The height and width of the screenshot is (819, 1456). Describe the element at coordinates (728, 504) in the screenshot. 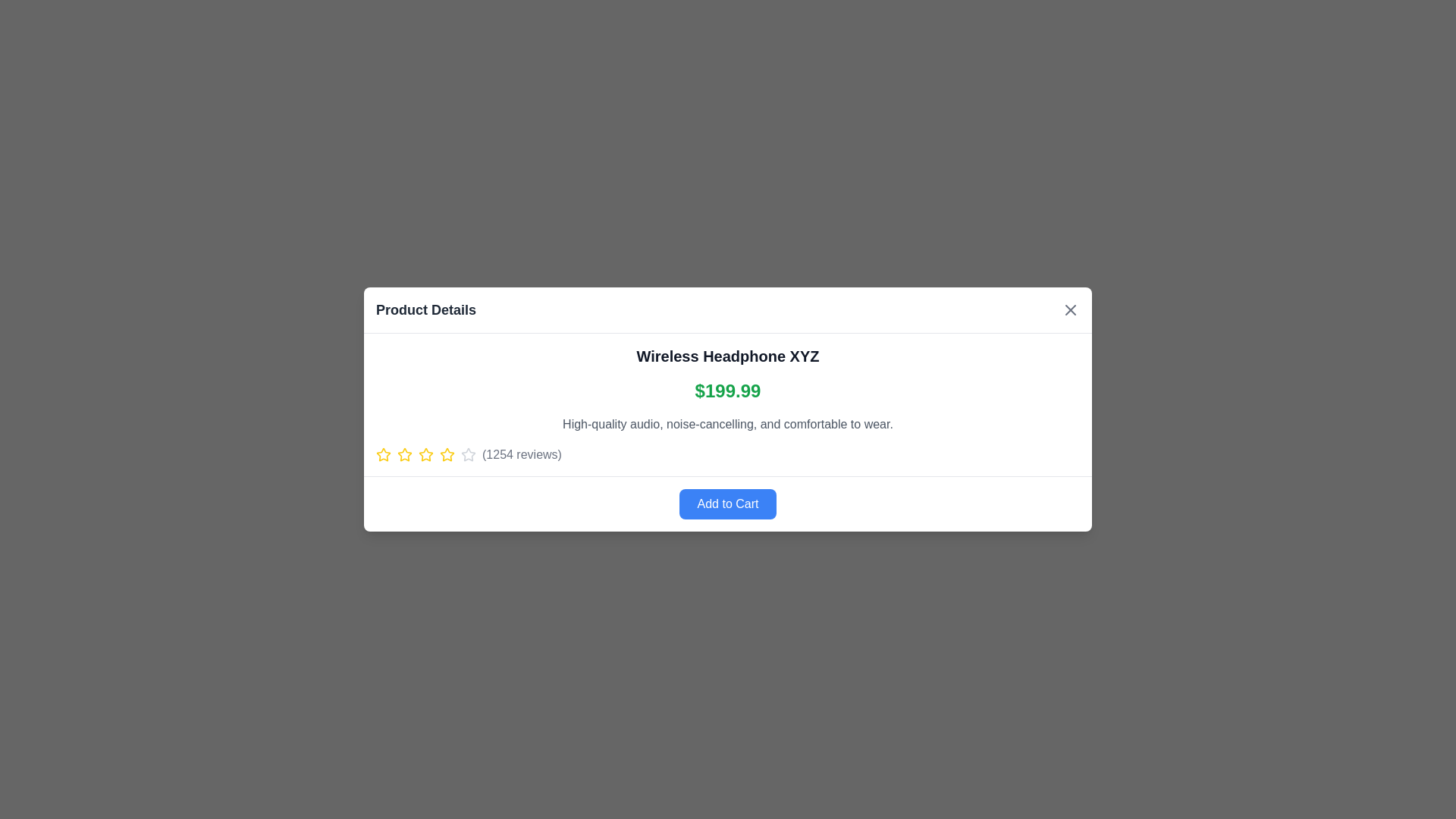

I see `the 'Add to Cart' button` at that location.